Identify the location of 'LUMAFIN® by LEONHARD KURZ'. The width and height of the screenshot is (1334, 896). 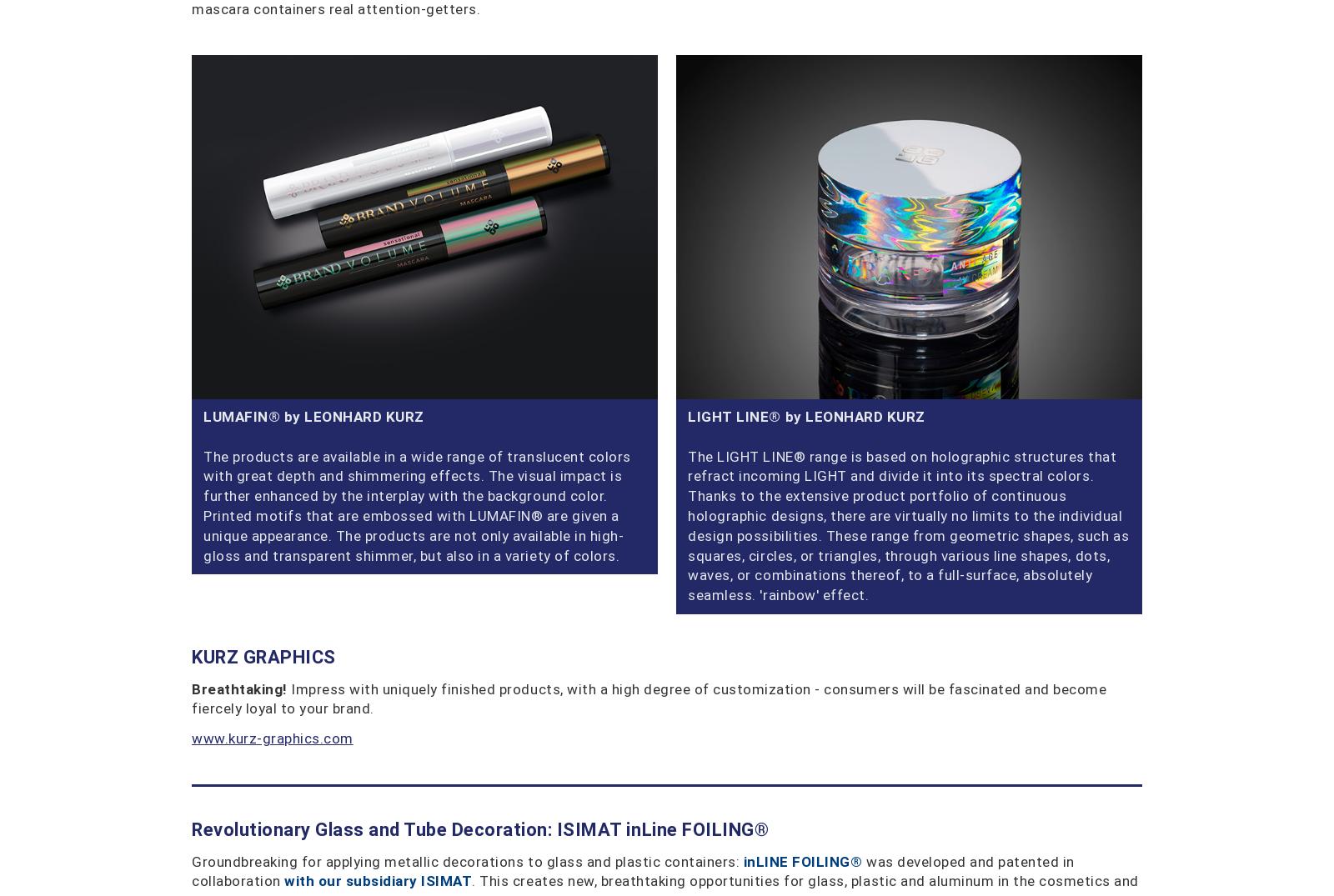
(313, 415).